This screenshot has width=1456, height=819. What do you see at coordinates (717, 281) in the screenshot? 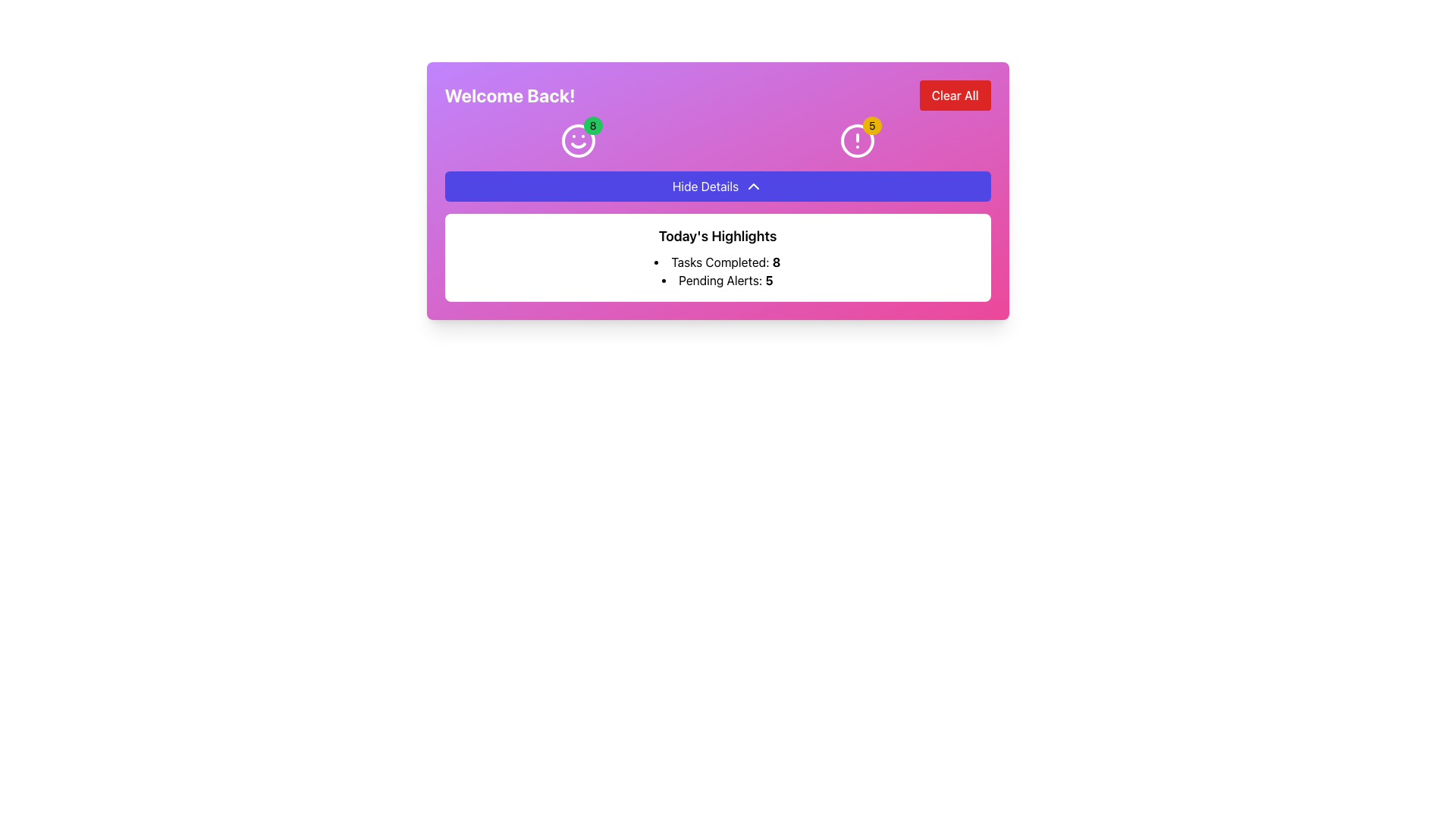
I see `the static Text Label that displays the number of pending alerts (5), located under 'Today's Highlights' and following 'Tasks Completed: 8'` at bounding box center [717, 281].